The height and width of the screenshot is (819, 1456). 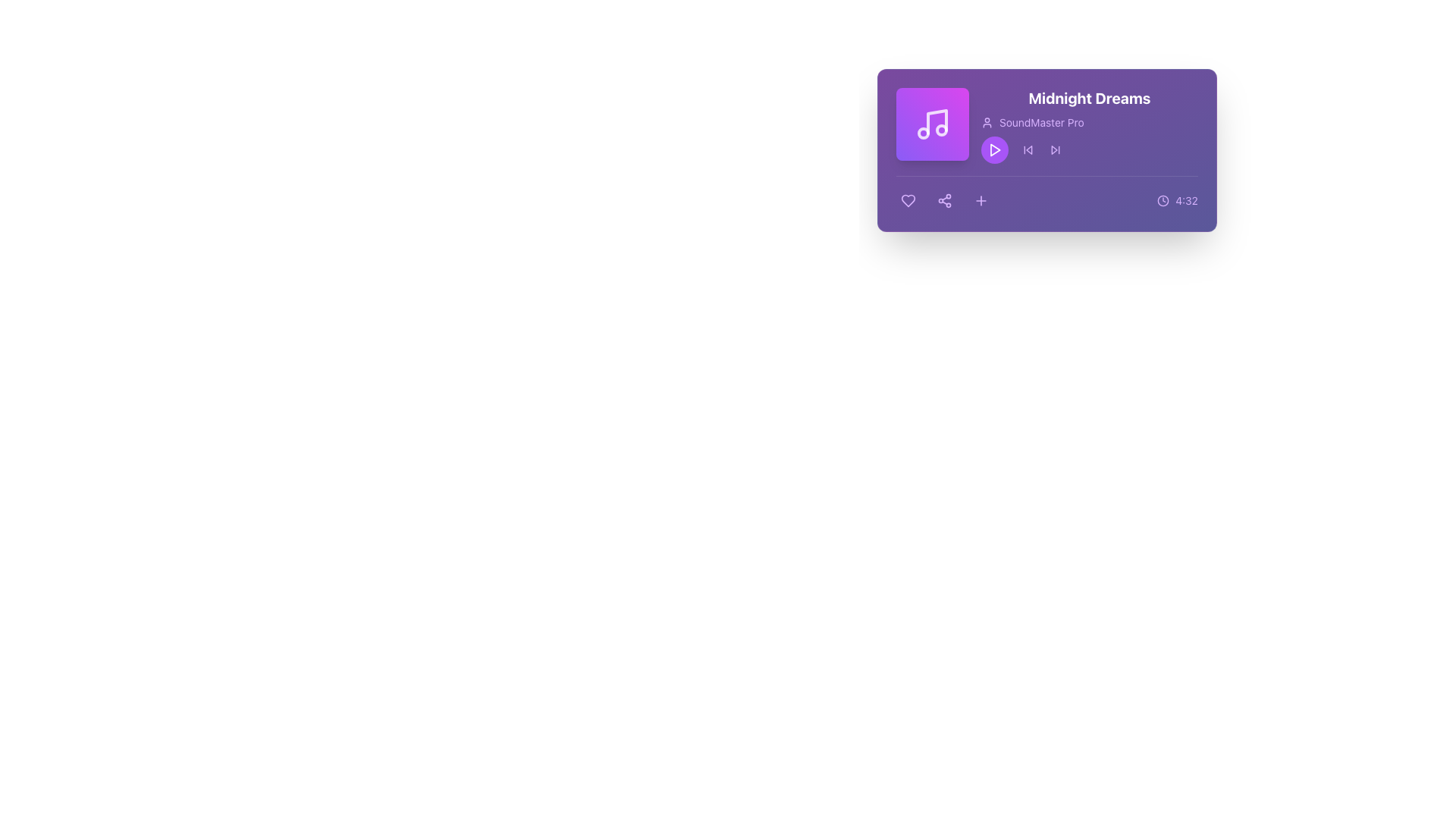 What do you see at coordinates (931, 124) in the screenshot?
I see `the music track icon located at the top-left of the card layout, which represents the audio track 'Midnight Dreams' by 'SoundMaster Pro'` at bounding box center [931, 124].